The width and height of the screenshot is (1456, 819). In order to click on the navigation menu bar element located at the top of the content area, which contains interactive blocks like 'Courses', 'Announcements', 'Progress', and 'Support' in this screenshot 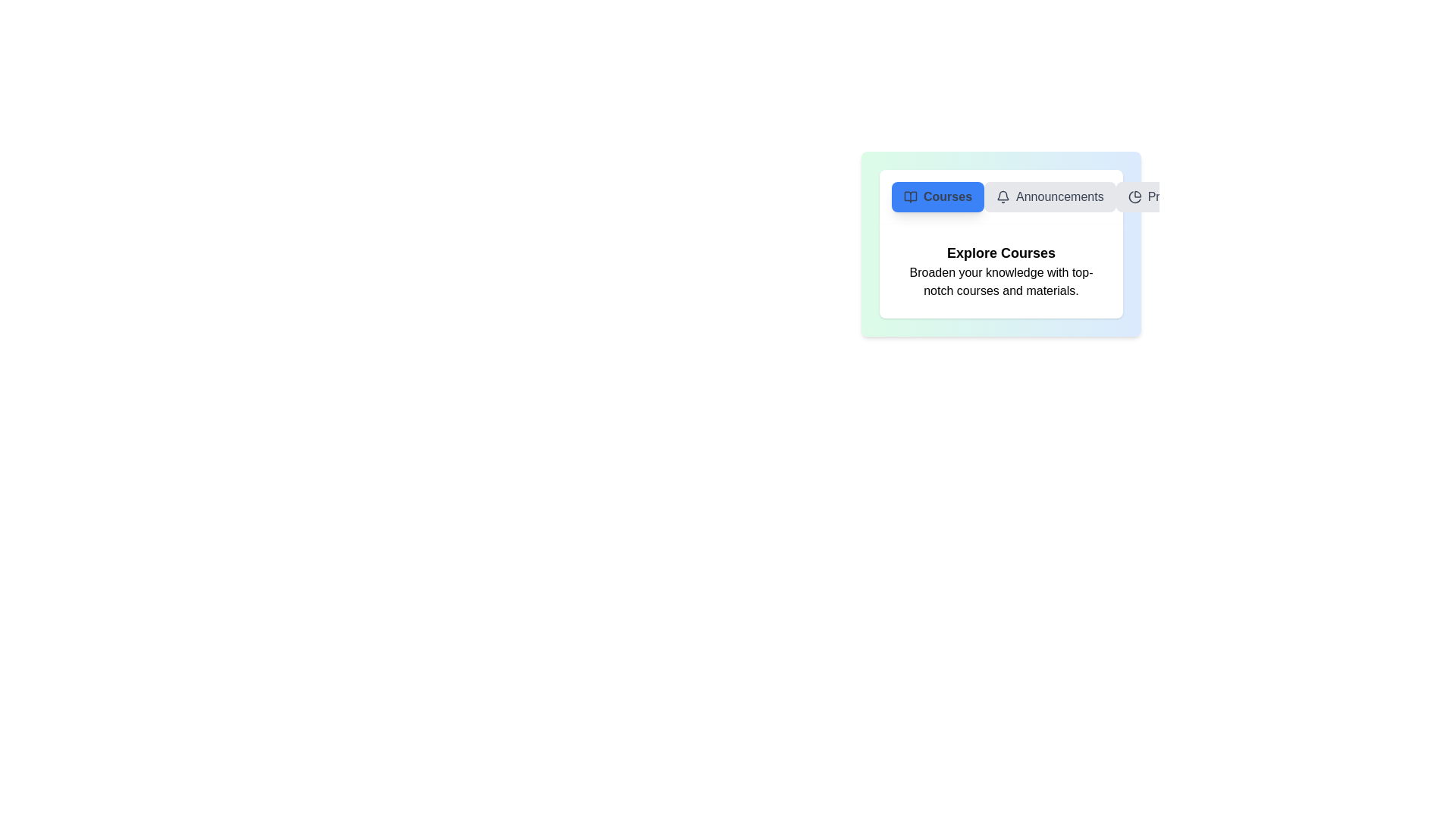, I will do `click(1001, 196)`.